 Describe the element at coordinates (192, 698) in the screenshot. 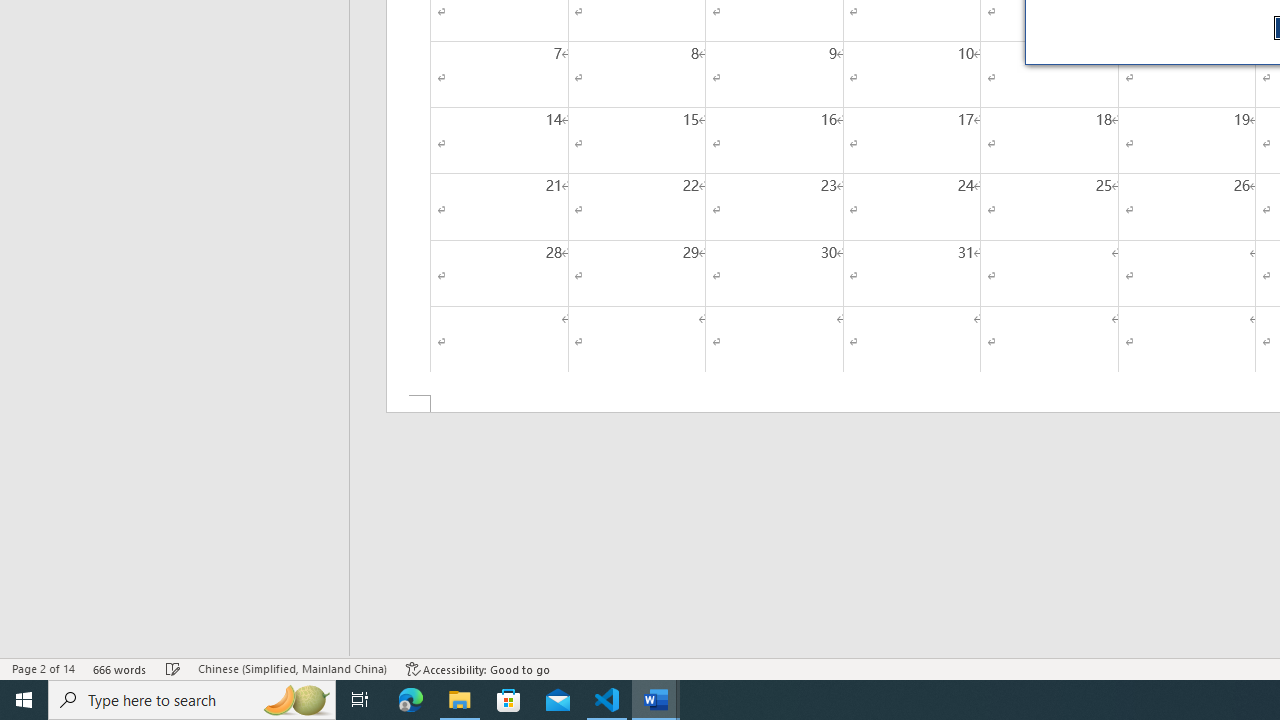

I see `'Type here to search'` at that location.